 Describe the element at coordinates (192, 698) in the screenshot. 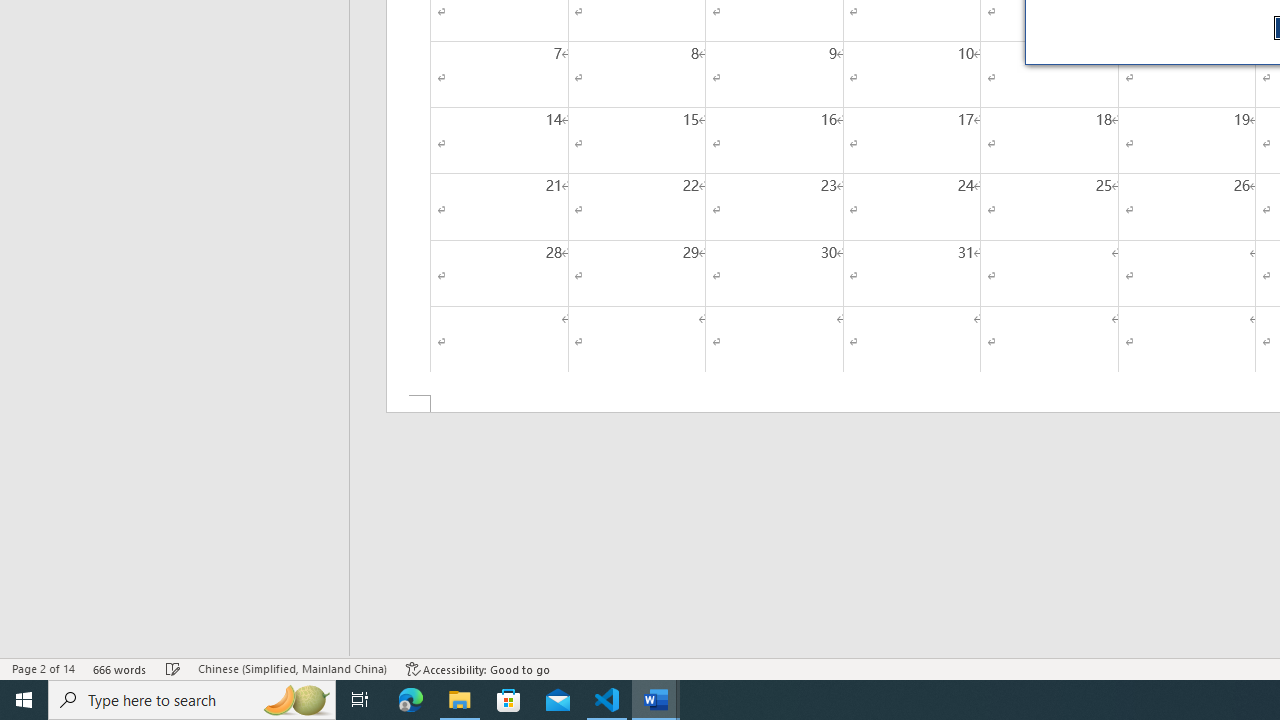

I see `'Type here to search'` at that location.